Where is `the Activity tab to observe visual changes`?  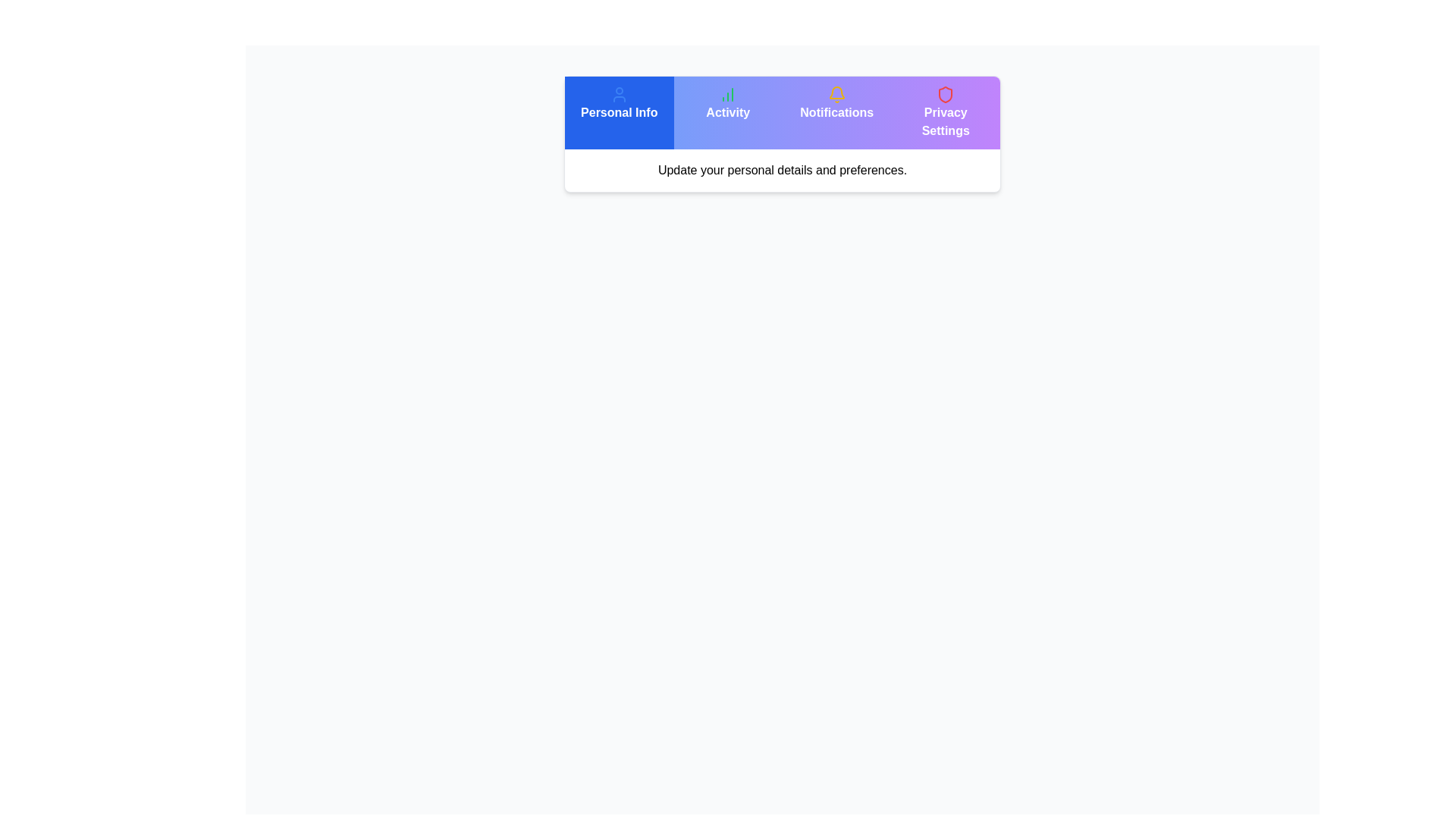 the Activity tab to observe visual changes is located at coordinates (728, 112).